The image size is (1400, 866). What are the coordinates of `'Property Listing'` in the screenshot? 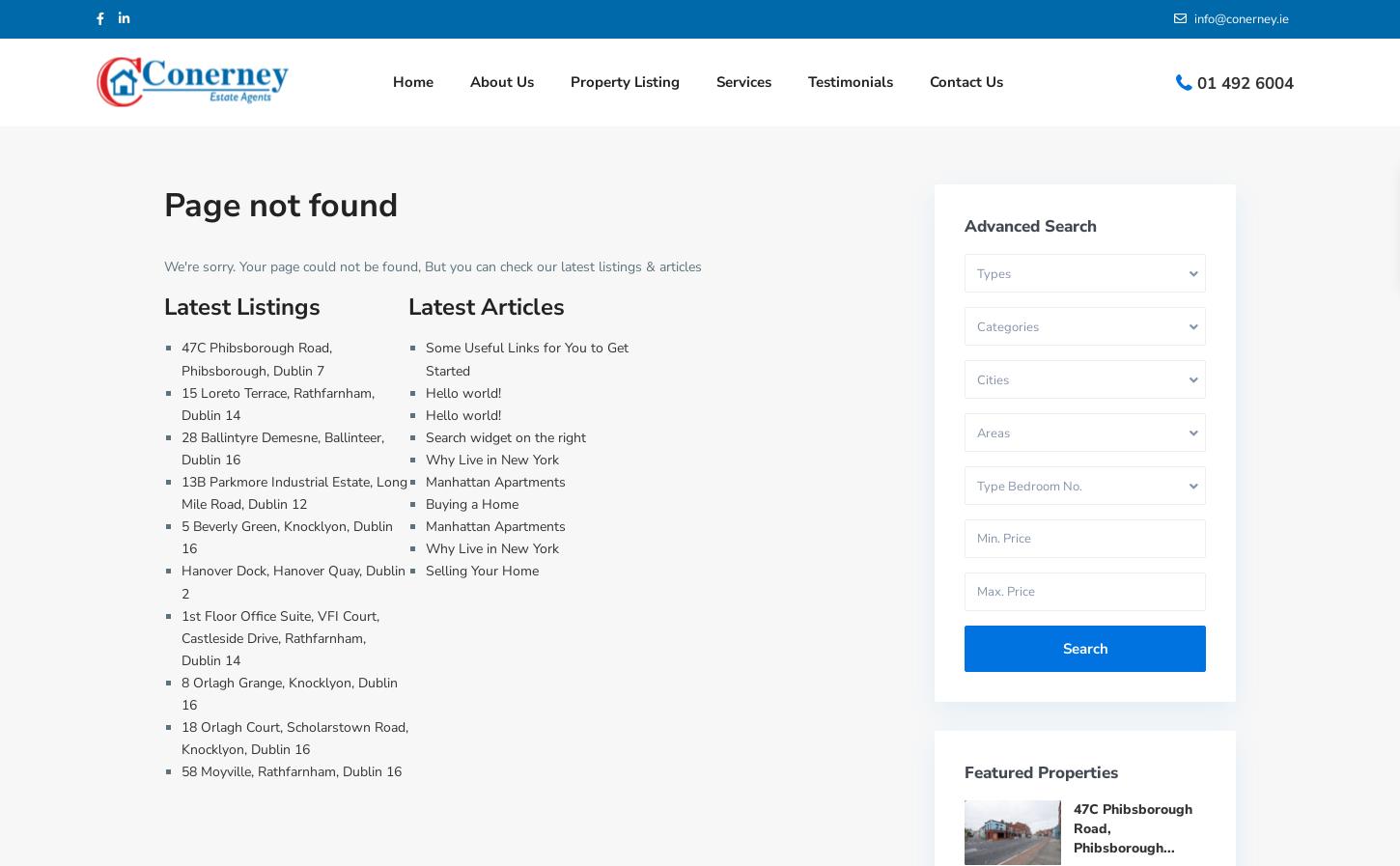 It's located at (623, 81).